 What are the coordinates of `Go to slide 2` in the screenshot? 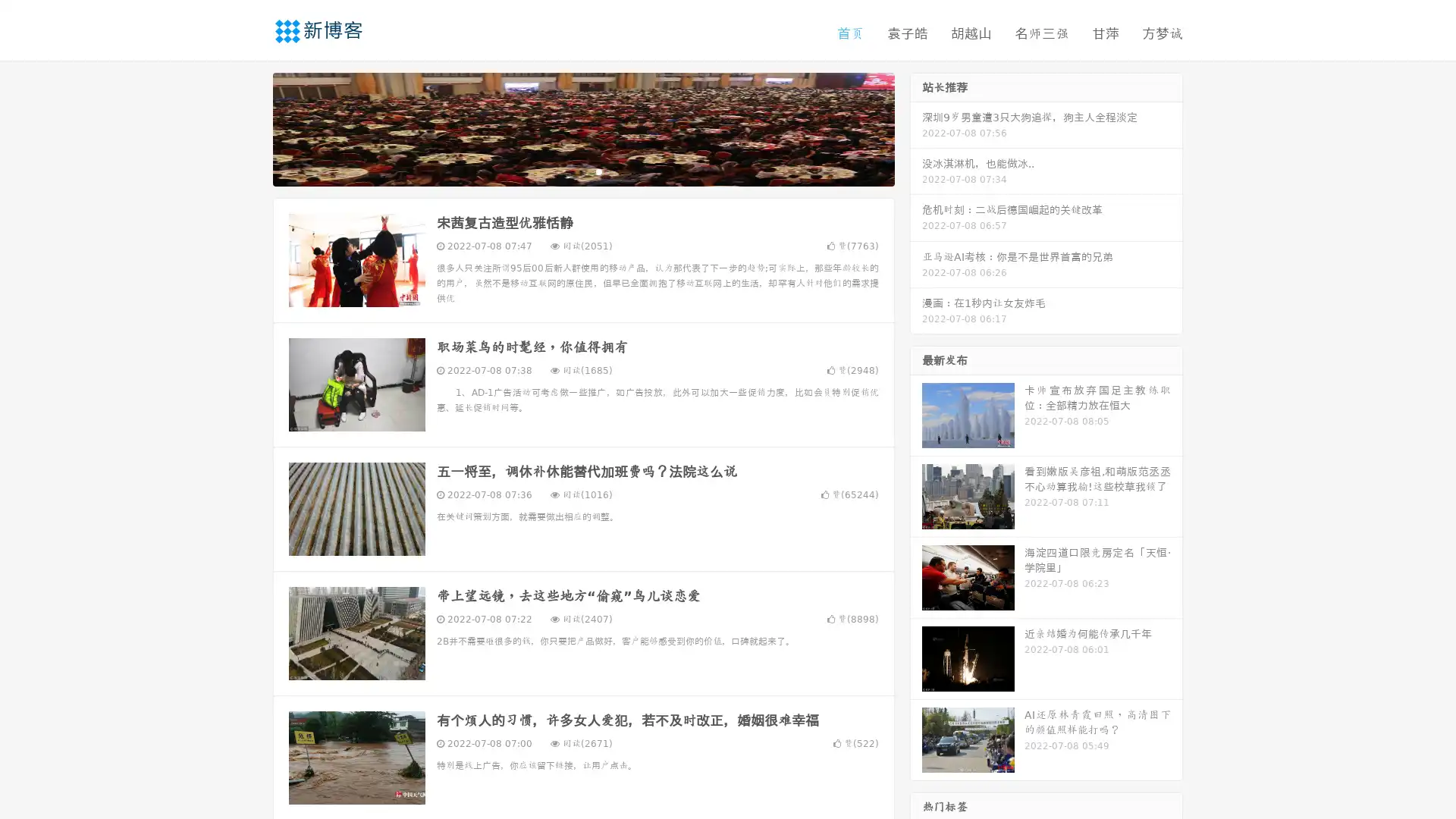 It's located at (582, 171).